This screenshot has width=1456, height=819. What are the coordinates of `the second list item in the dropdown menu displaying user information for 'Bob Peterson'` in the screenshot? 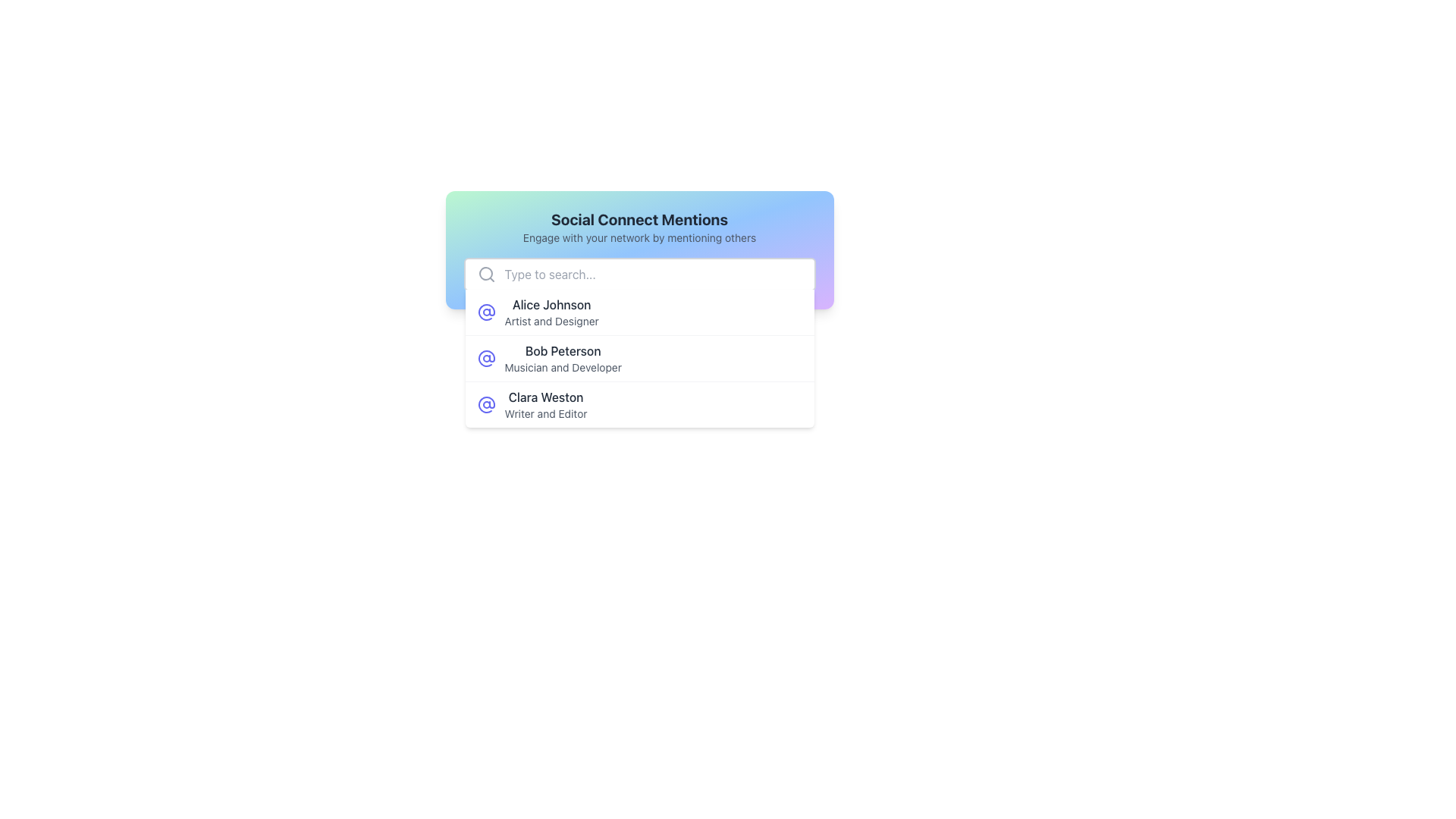 It's located at (639, 359).